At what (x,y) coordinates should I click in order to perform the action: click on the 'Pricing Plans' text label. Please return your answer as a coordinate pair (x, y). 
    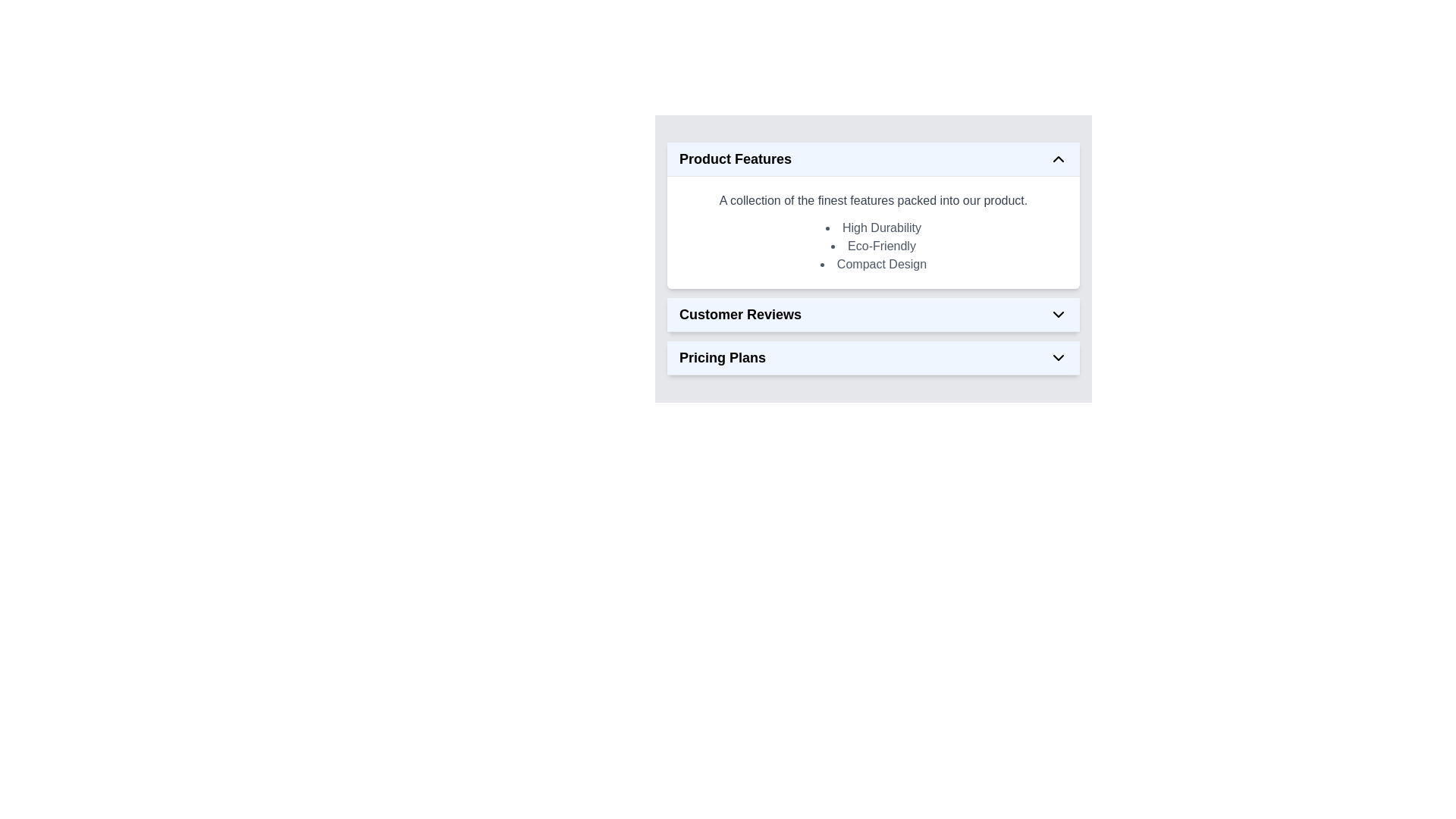
    Looking at the image, I should click on (722, 357).